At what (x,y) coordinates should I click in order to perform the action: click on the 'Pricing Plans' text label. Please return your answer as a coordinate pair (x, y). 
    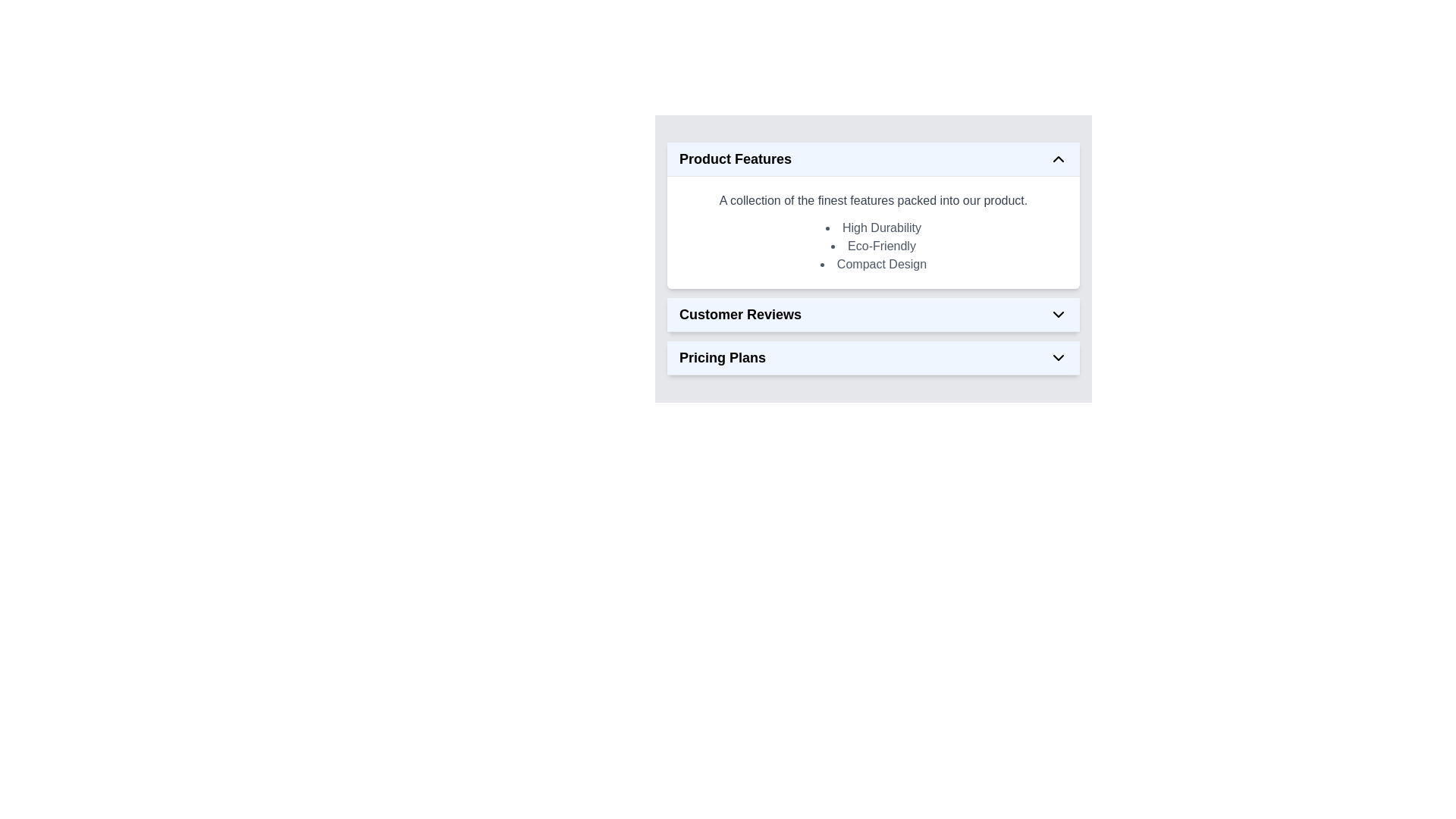
    Looking at the image, I should click on (722, 357).